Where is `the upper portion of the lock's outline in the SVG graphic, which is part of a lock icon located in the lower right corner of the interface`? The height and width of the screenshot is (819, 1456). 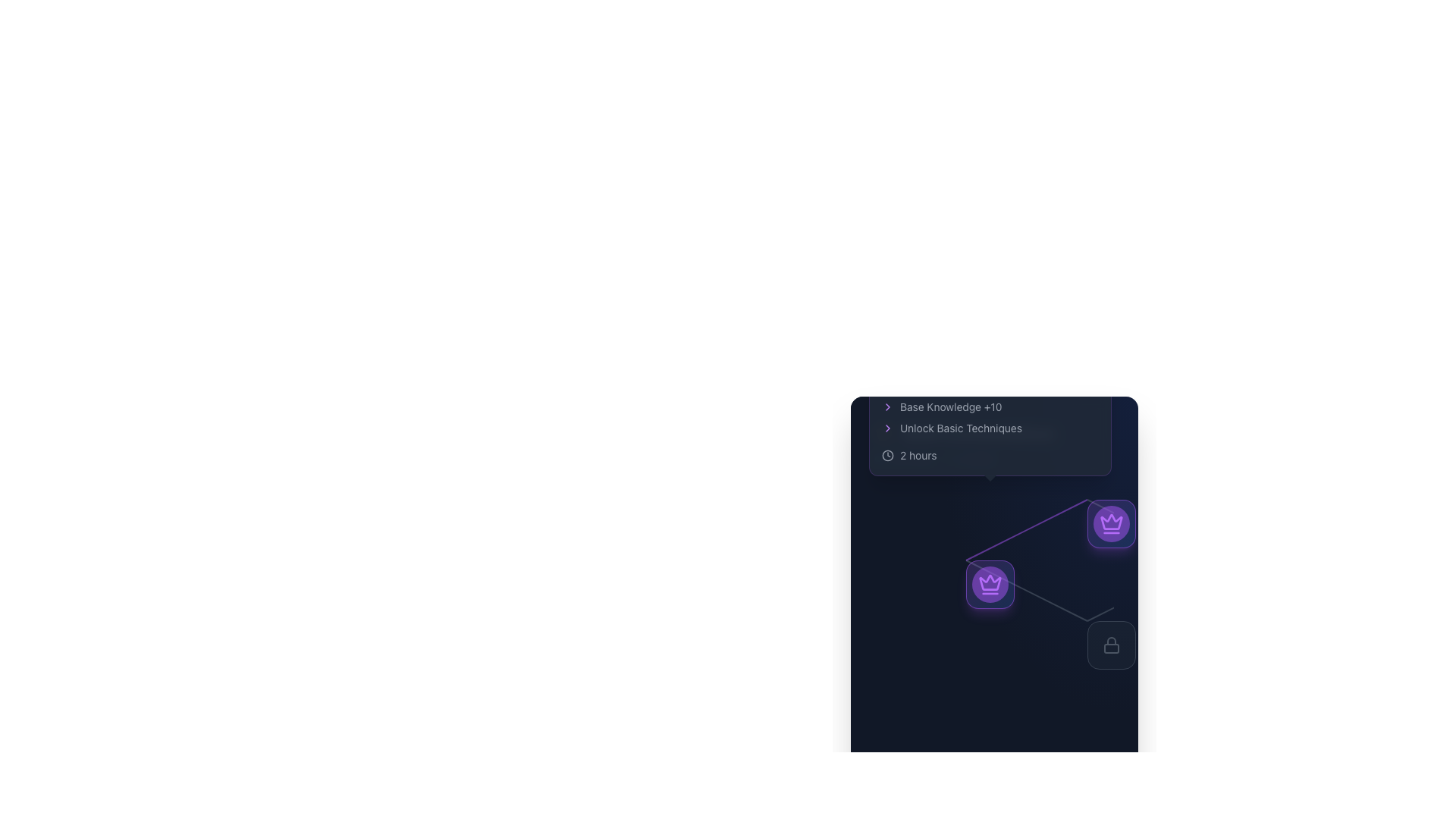 the upper portion of the lock's outline in the SVG graphic, which is part of a lock icon located in the lower right corner of the interface is located at coordinates (1111, 641).